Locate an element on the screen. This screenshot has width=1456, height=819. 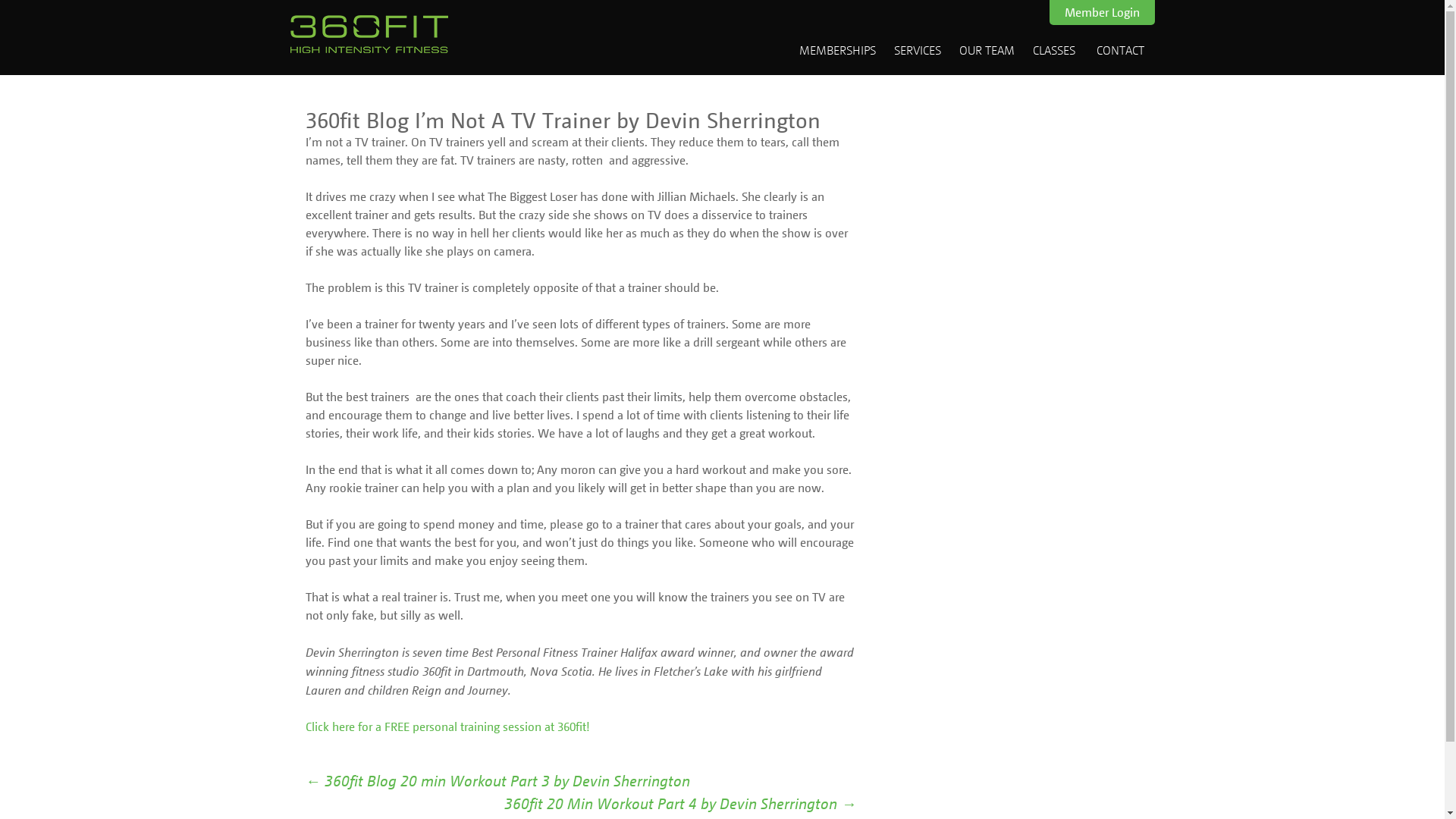
'SERVICES' is located at coordinates (916, 49).